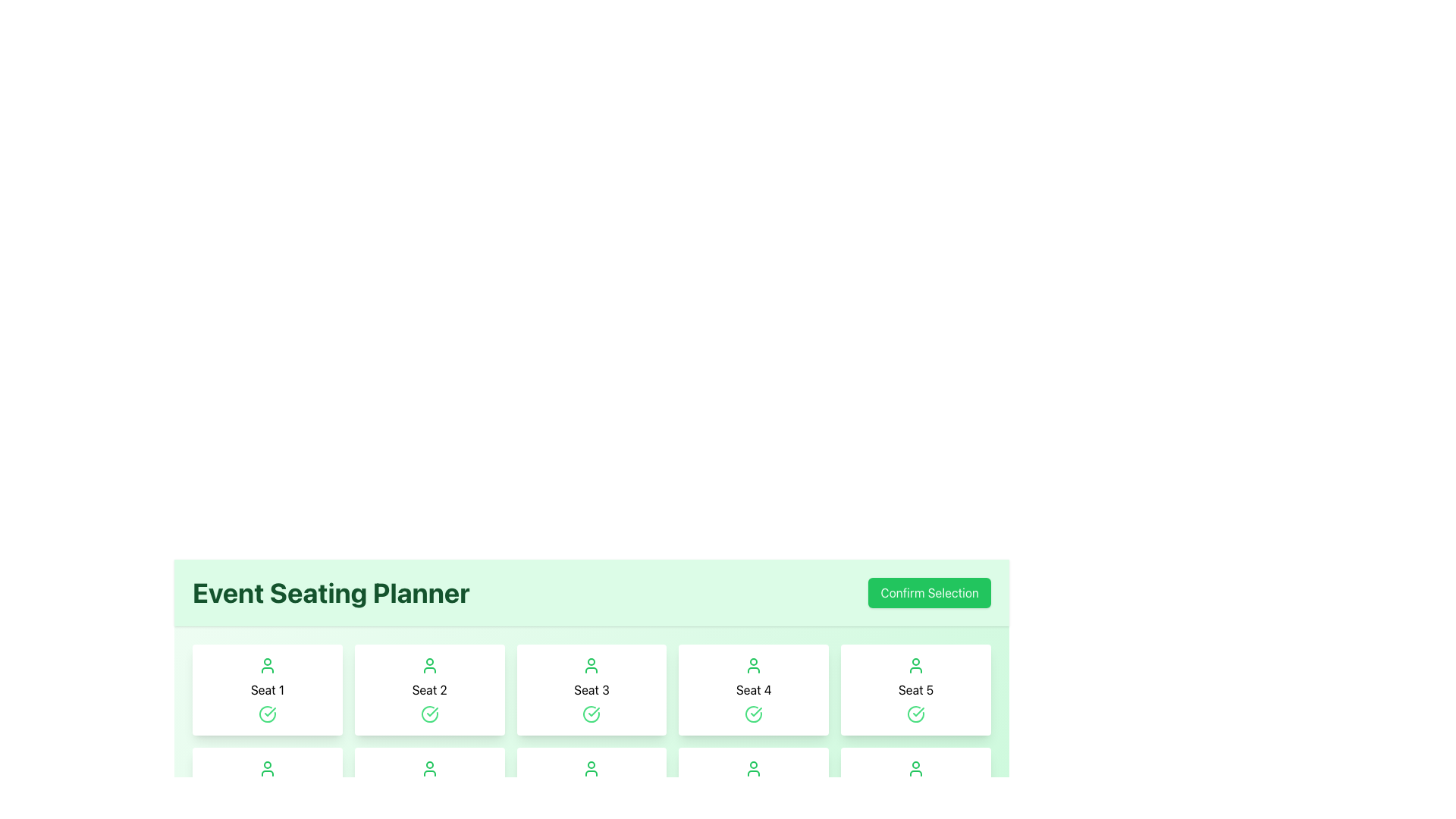 This screenshot has width=1456, height=819. I want to click on the non-interactive confirmation icon located below the label 'Seat 2' within the card labeled 'Seat 2', so click(428, 714).